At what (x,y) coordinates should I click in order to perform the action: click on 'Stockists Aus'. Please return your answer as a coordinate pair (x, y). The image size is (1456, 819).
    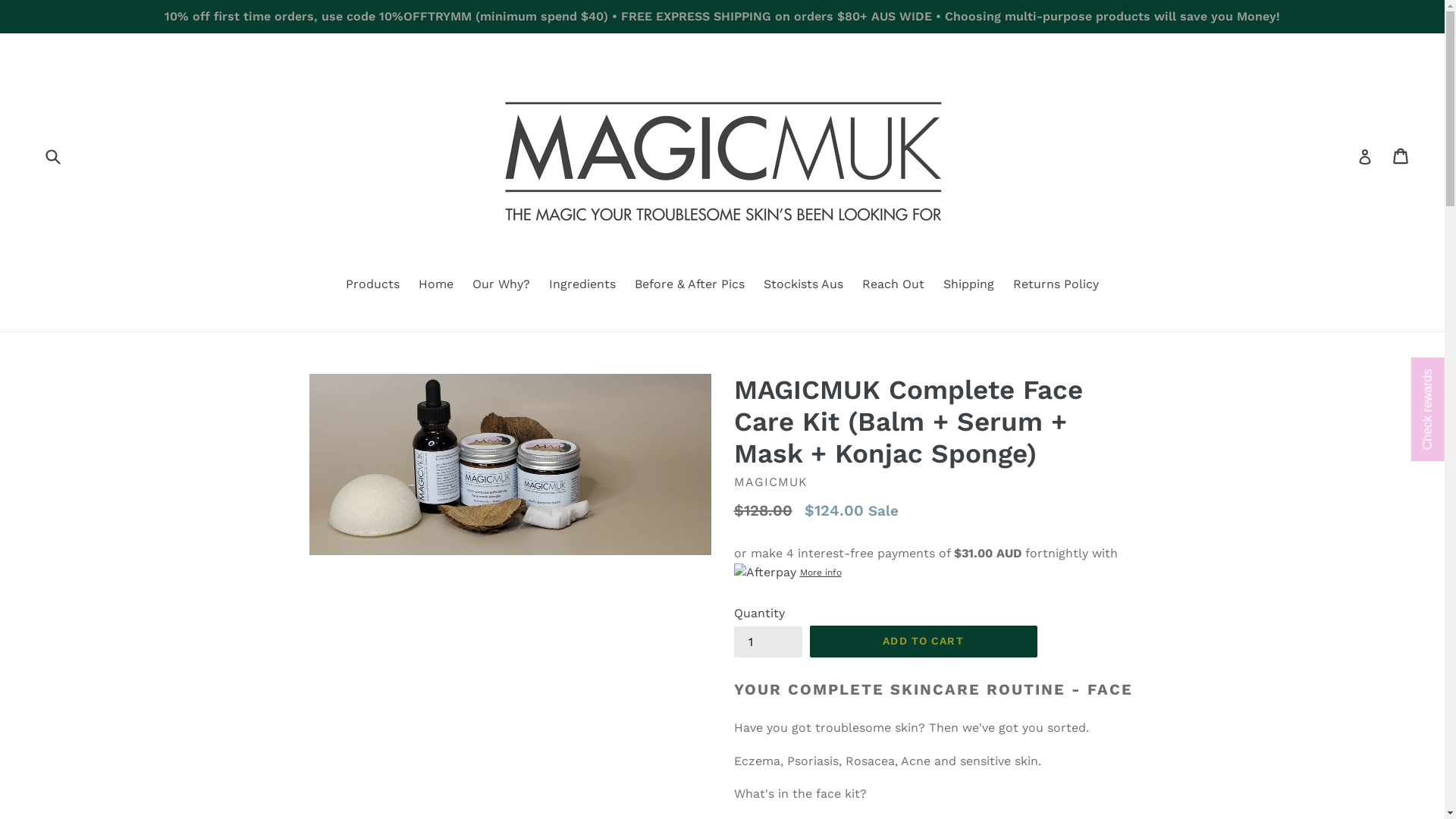
    Looking at the image, I should click on (802, 285).